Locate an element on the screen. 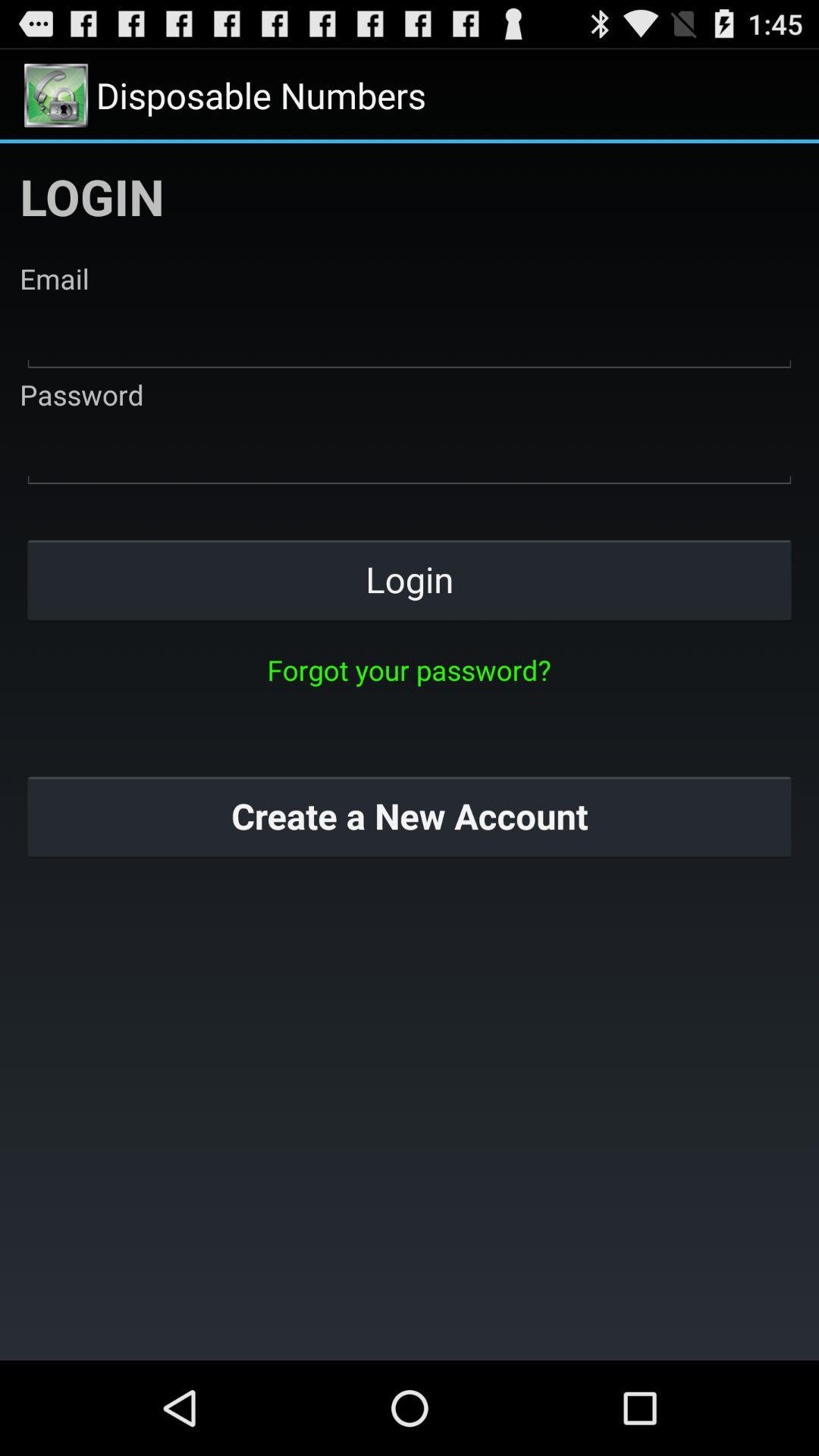  the button below the login button is located at coordinates (408, 669).